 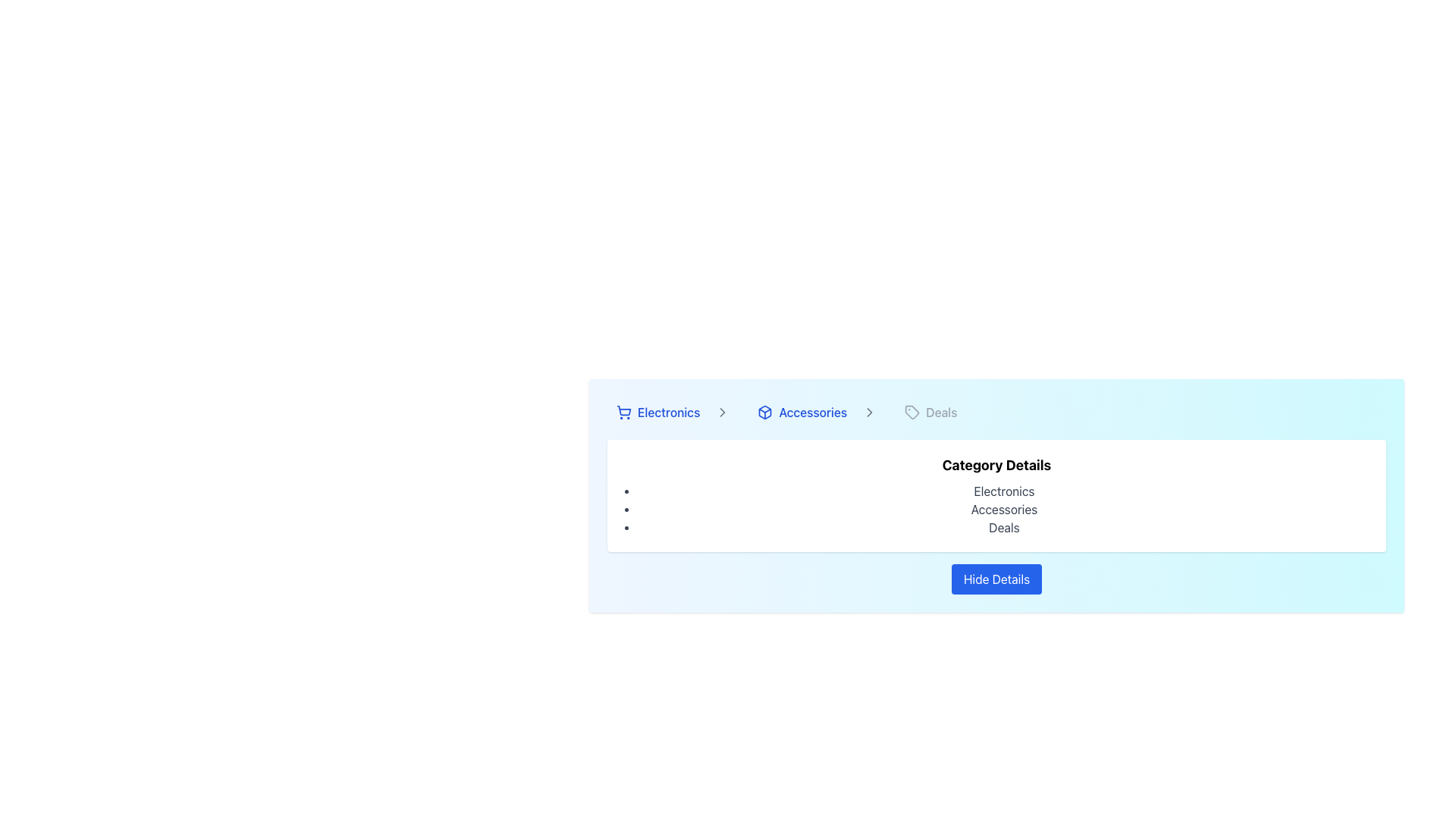 What do you see at coordinates (1004, 526) in the screenshot?
I see `the 'Deals' text label, which is the last item in the vertically stacked bulleted list under the 'Category Details' section` at bounding box center [1004, 526].